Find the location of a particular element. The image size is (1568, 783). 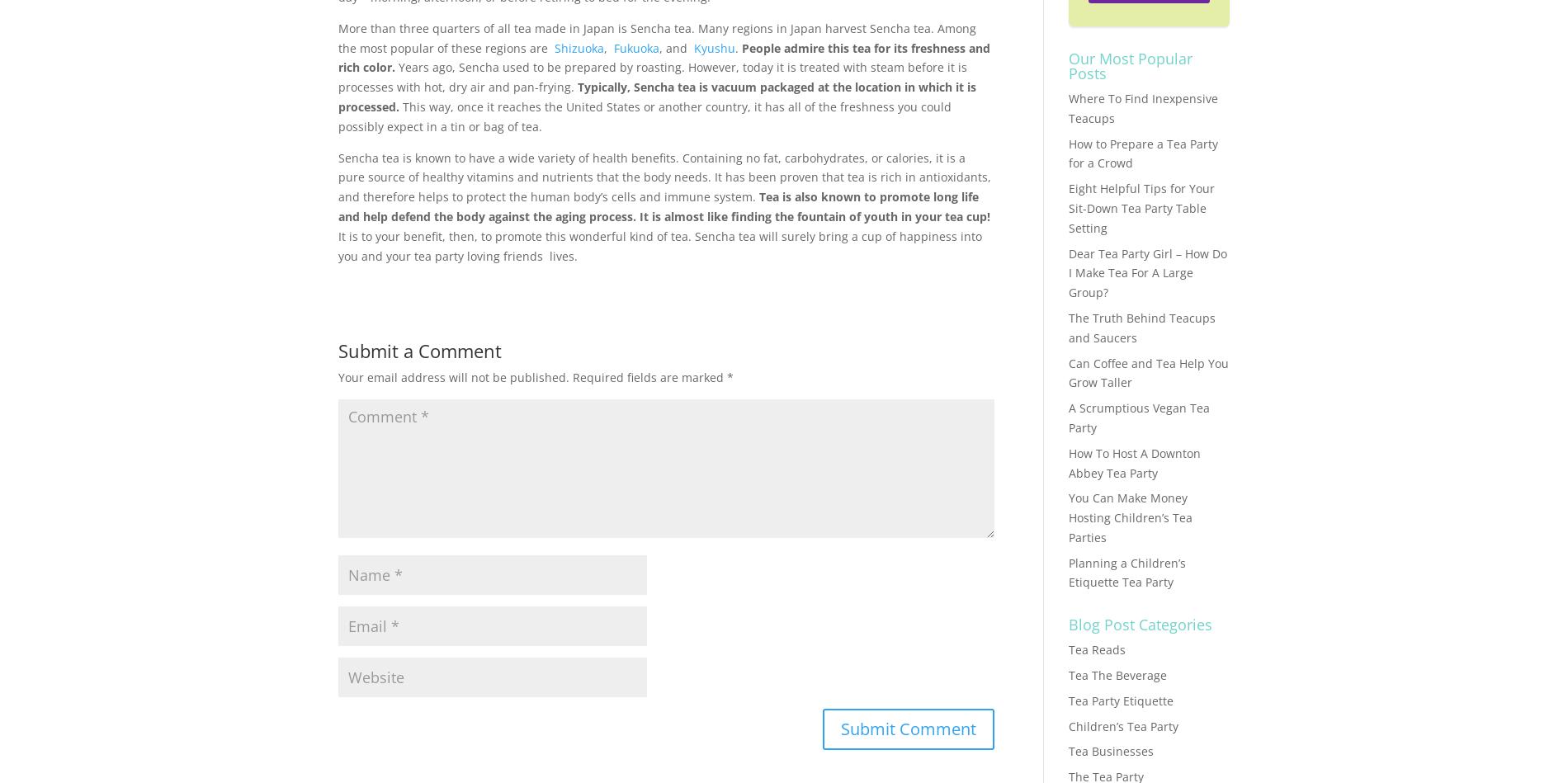

'Planning a Children’s Etiquette Tea Party' is located at coordinates (1125, 572).